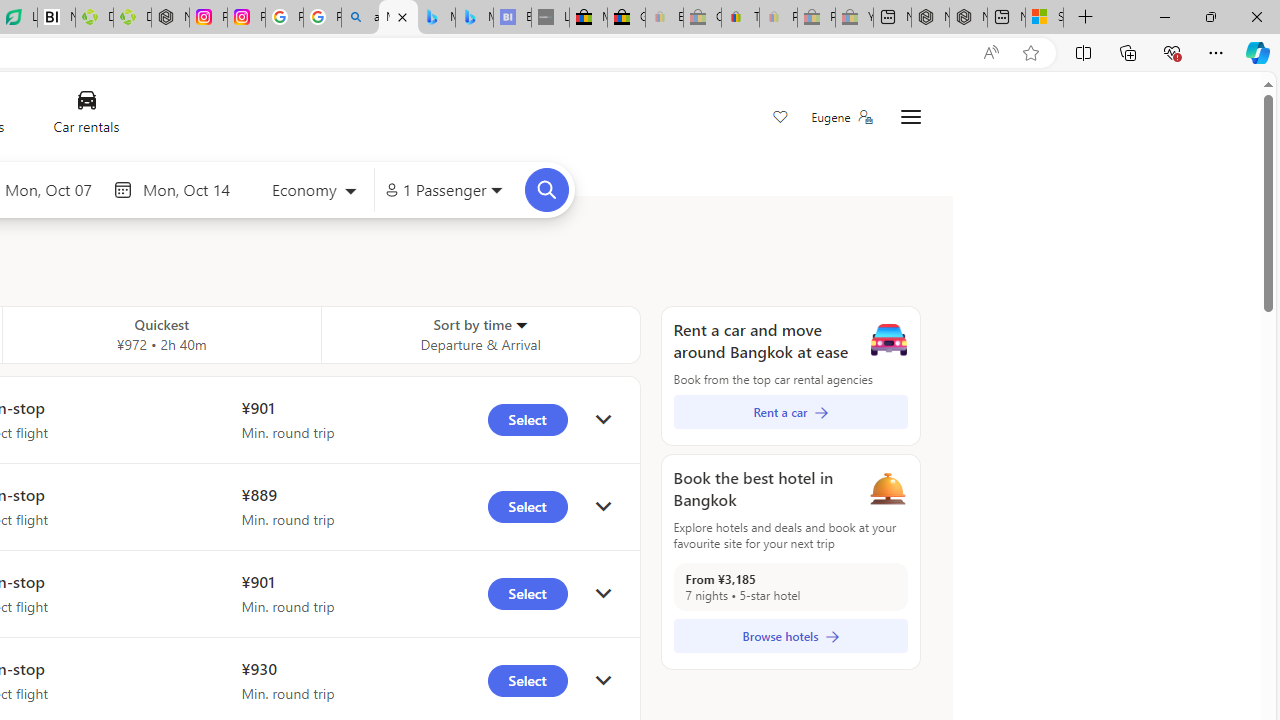  I want to click on 'Yard, Garden & Outdoor Living - Sleeping', so click(854, 17).